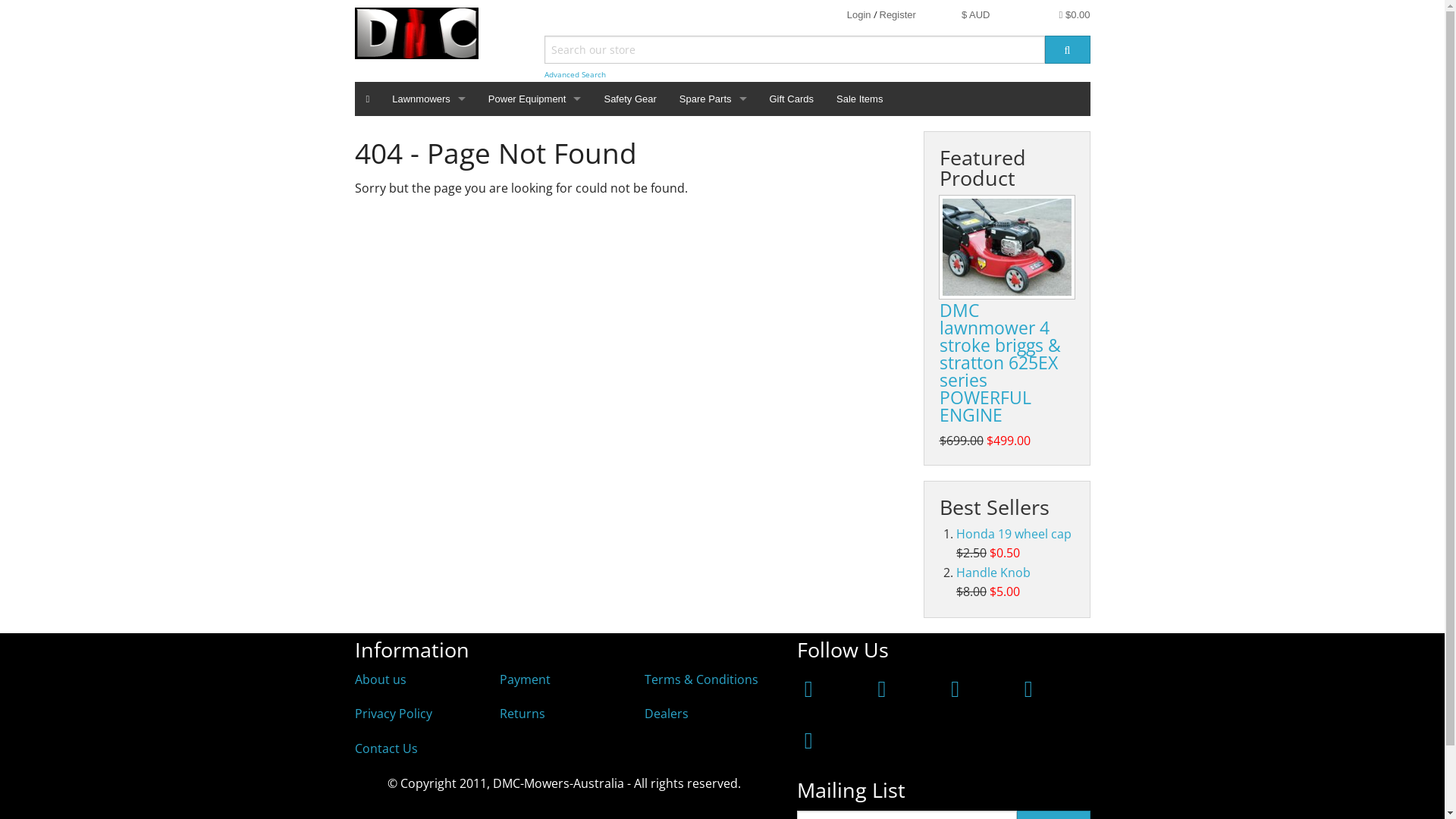 Image resolution: width=1456 pixels, height=819 pixels. What do you see at coordinates (882, 688) in the screenshot?
I see `'Instagram'` at bounding box center [882, 688].